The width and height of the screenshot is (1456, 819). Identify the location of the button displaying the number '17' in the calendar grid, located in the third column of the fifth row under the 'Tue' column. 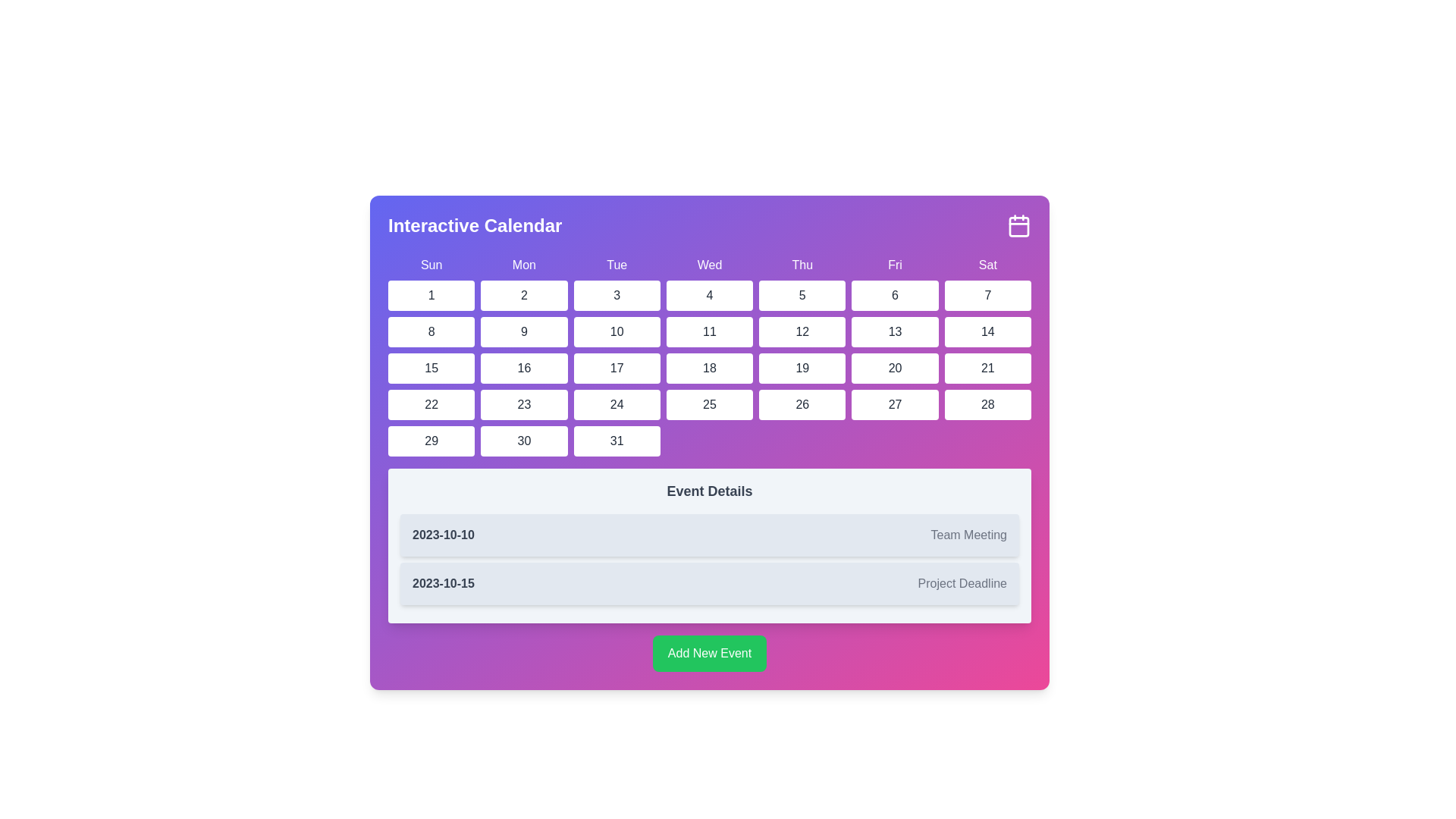
(617, 369).